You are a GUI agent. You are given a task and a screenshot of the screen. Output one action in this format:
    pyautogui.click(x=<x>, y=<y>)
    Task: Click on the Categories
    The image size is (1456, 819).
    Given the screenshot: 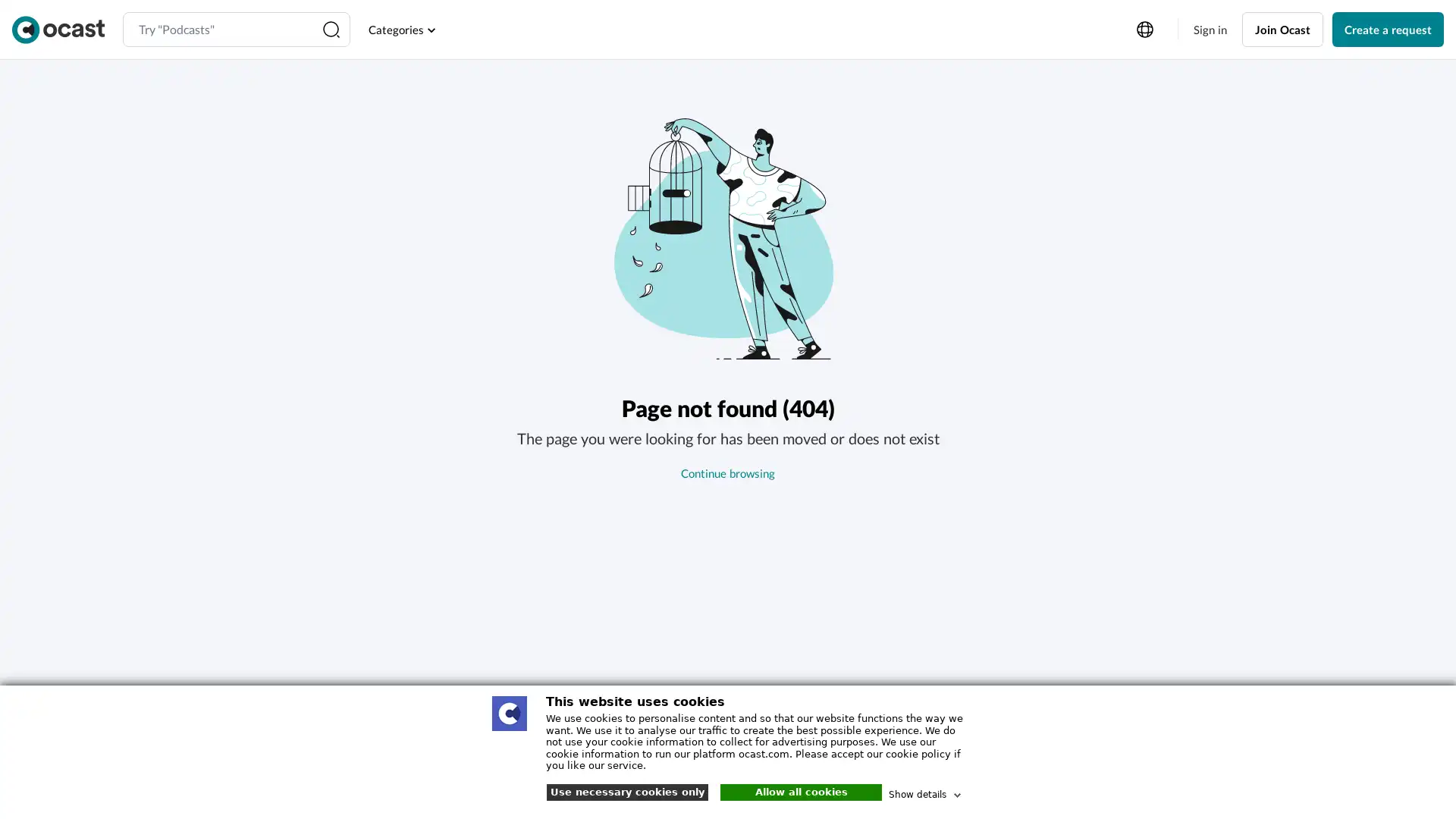 What is the action you would take?
    pyautogui.click(x=403, y=29)
    